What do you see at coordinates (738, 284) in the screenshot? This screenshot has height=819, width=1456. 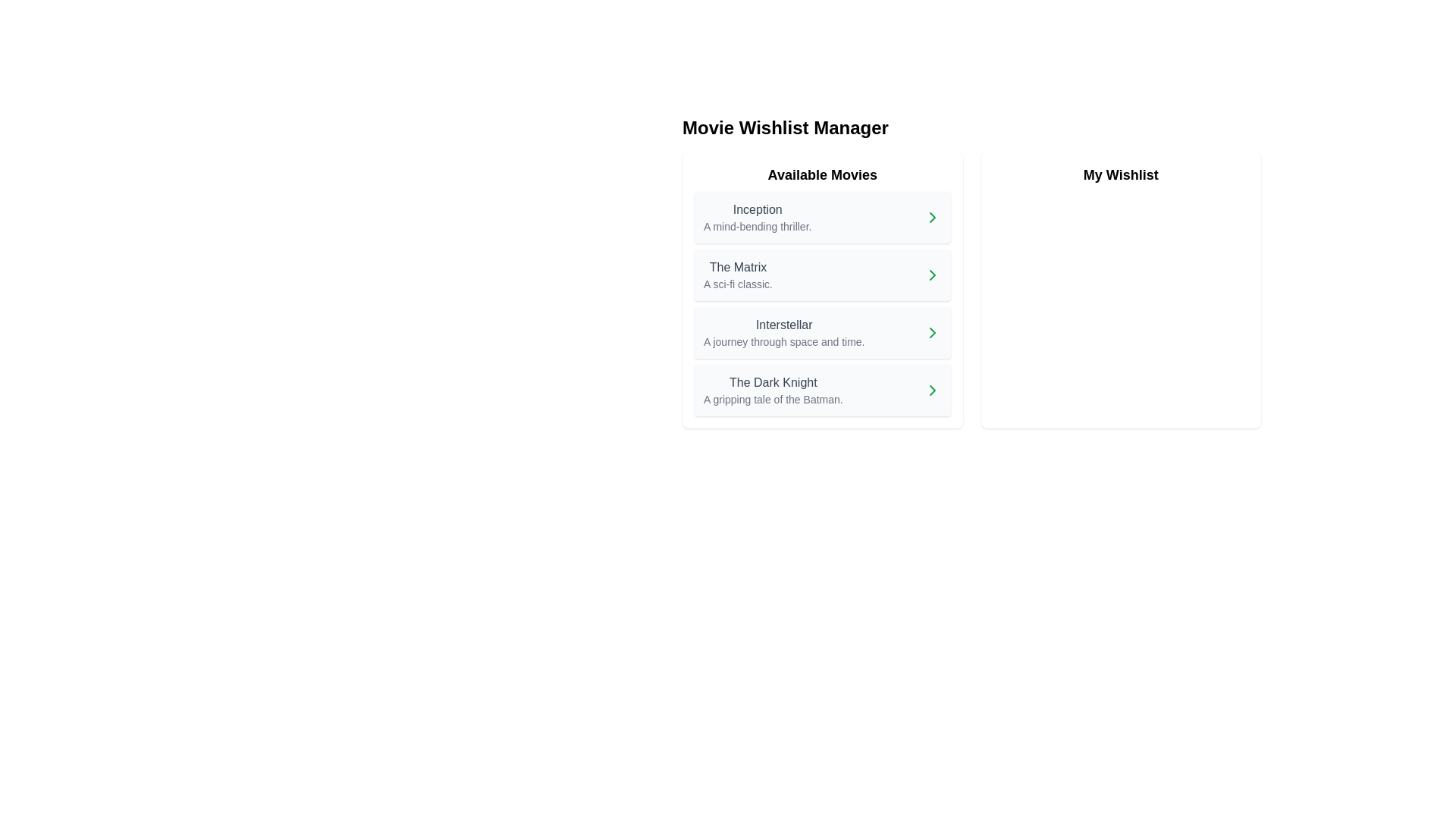 I see `the text label that reads 'A sci-fi classic.' located below the title 'The Matrix' in the 'Available Movies' section` at bounding box center [738, 284].